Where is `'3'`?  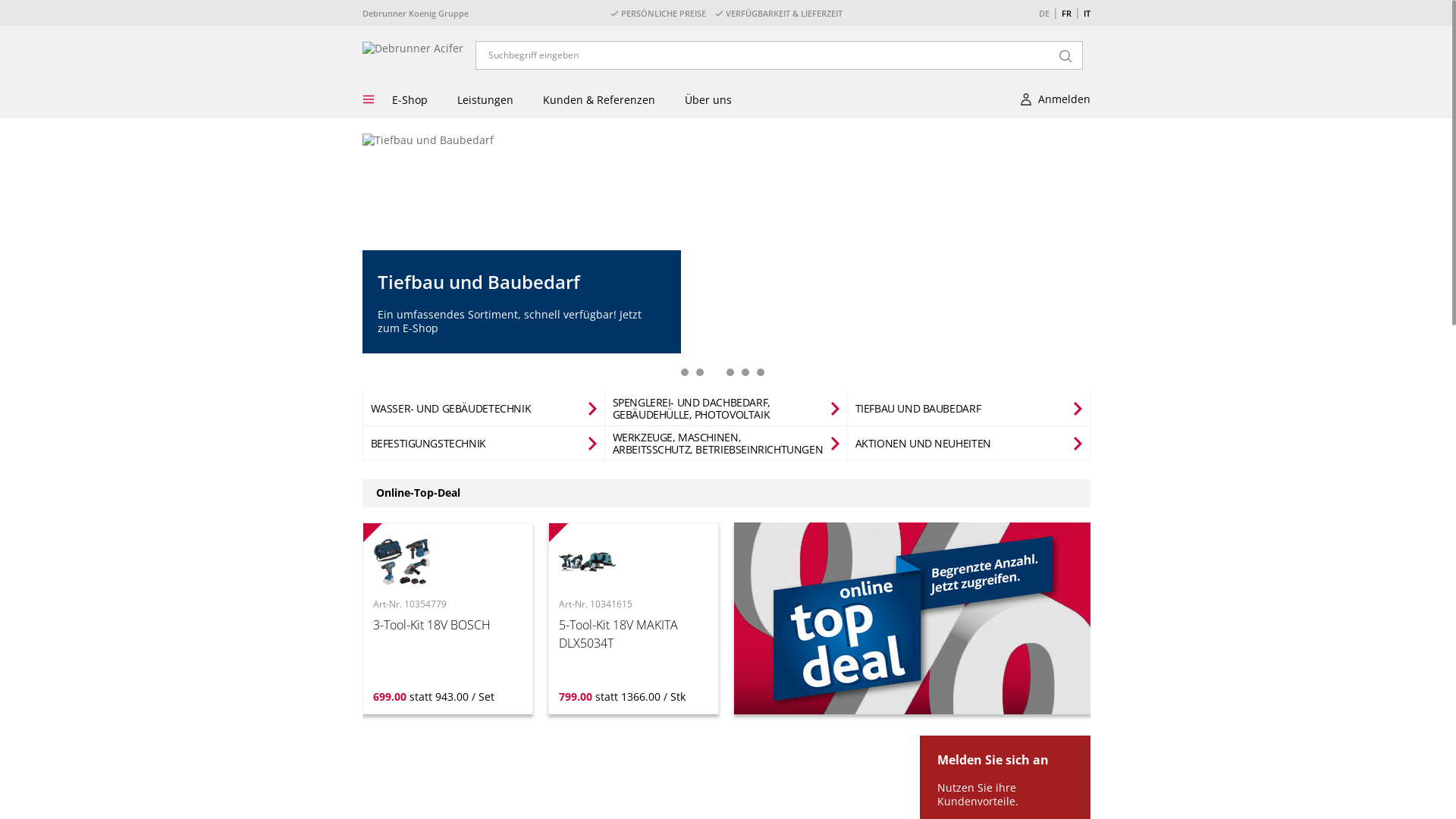
'3' is located at coordinates (714, 372).